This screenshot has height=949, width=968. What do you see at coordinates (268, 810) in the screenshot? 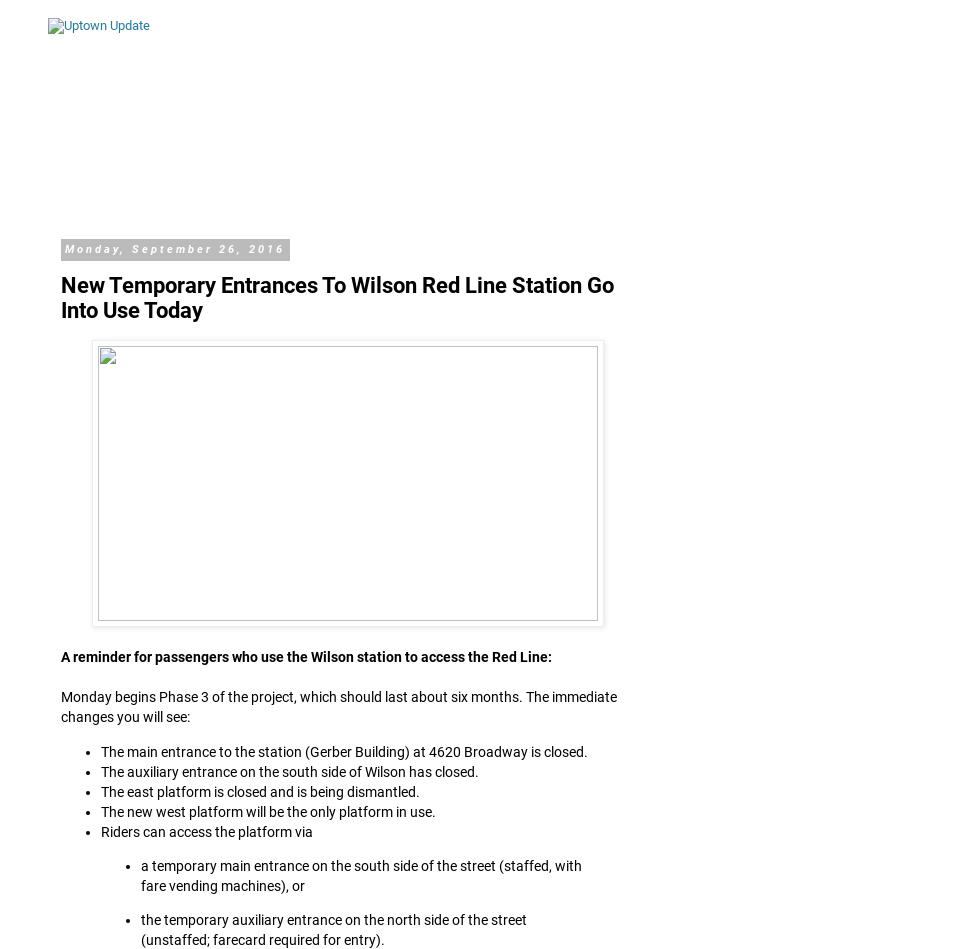
I see `'The new west platform will be the only platform in use.'` at bounding box center [268, 810].